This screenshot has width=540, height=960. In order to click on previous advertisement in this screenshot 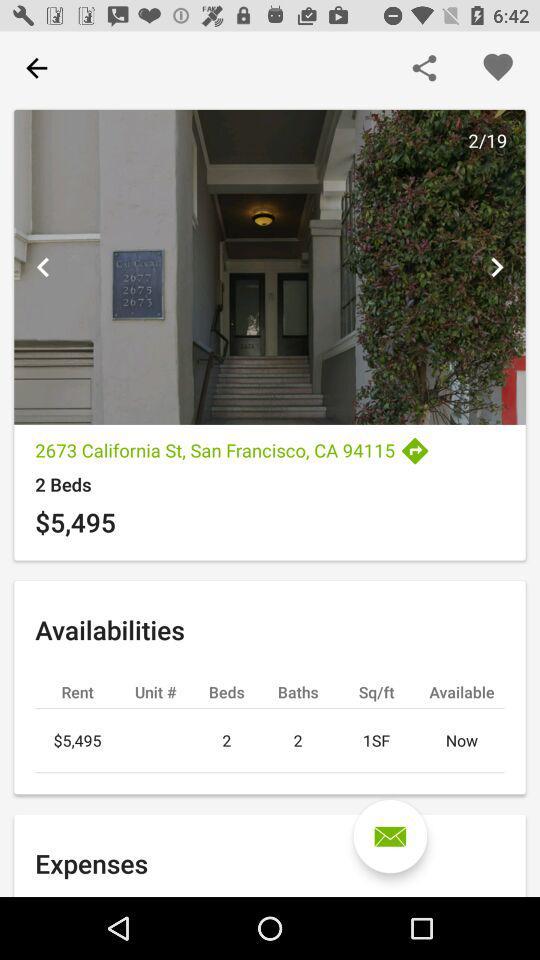, I will do `click(43, 266)`.